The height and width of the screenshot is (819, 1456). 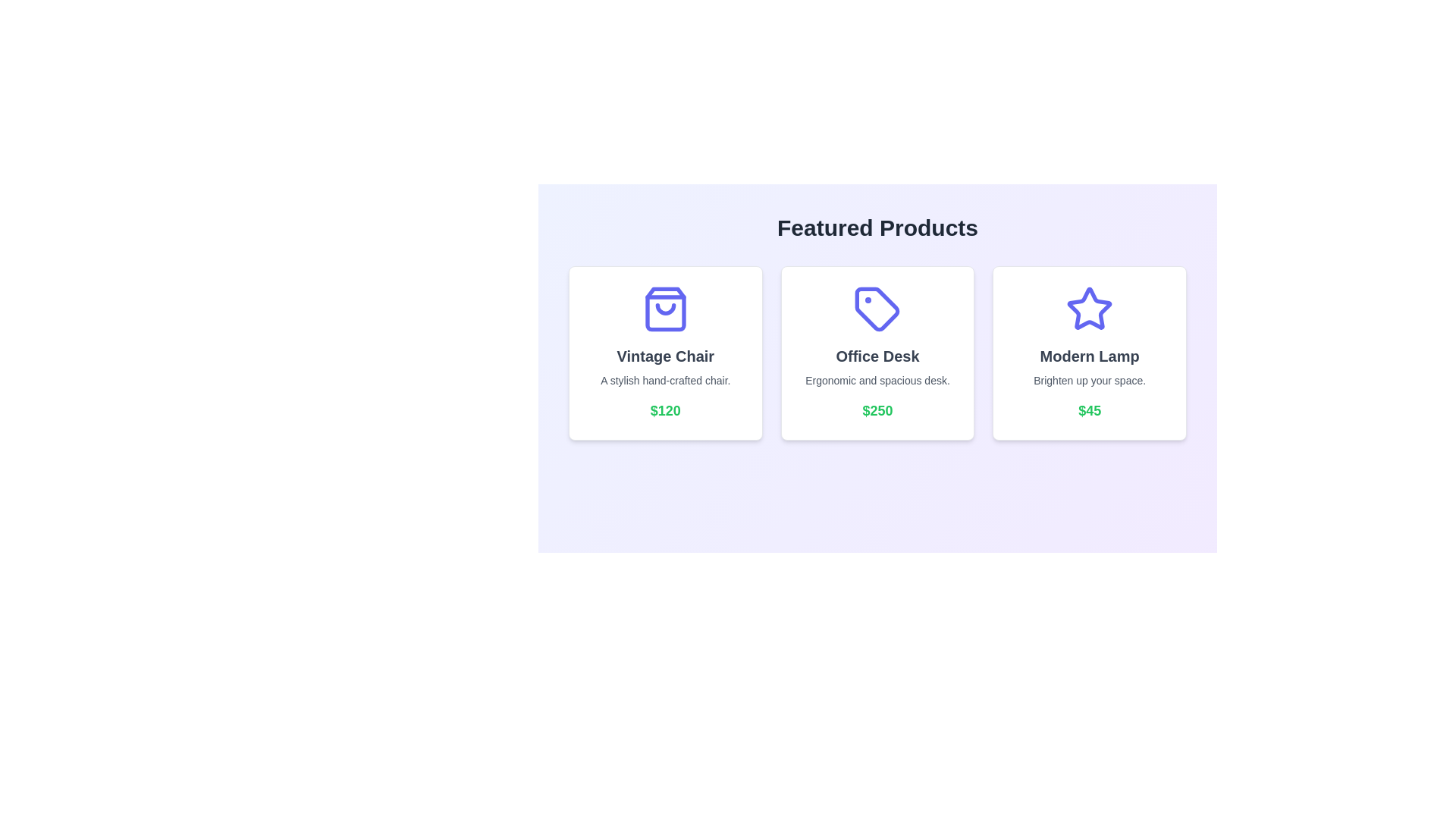 What do you see at coordinates (665, 356) in the screenshot?
I see `text label 'Vintage Chair' which is styled in bold and large font, positioned below a shopping bag icon and above a description paragraph in the product listing section` at bounding box center [665, 356].